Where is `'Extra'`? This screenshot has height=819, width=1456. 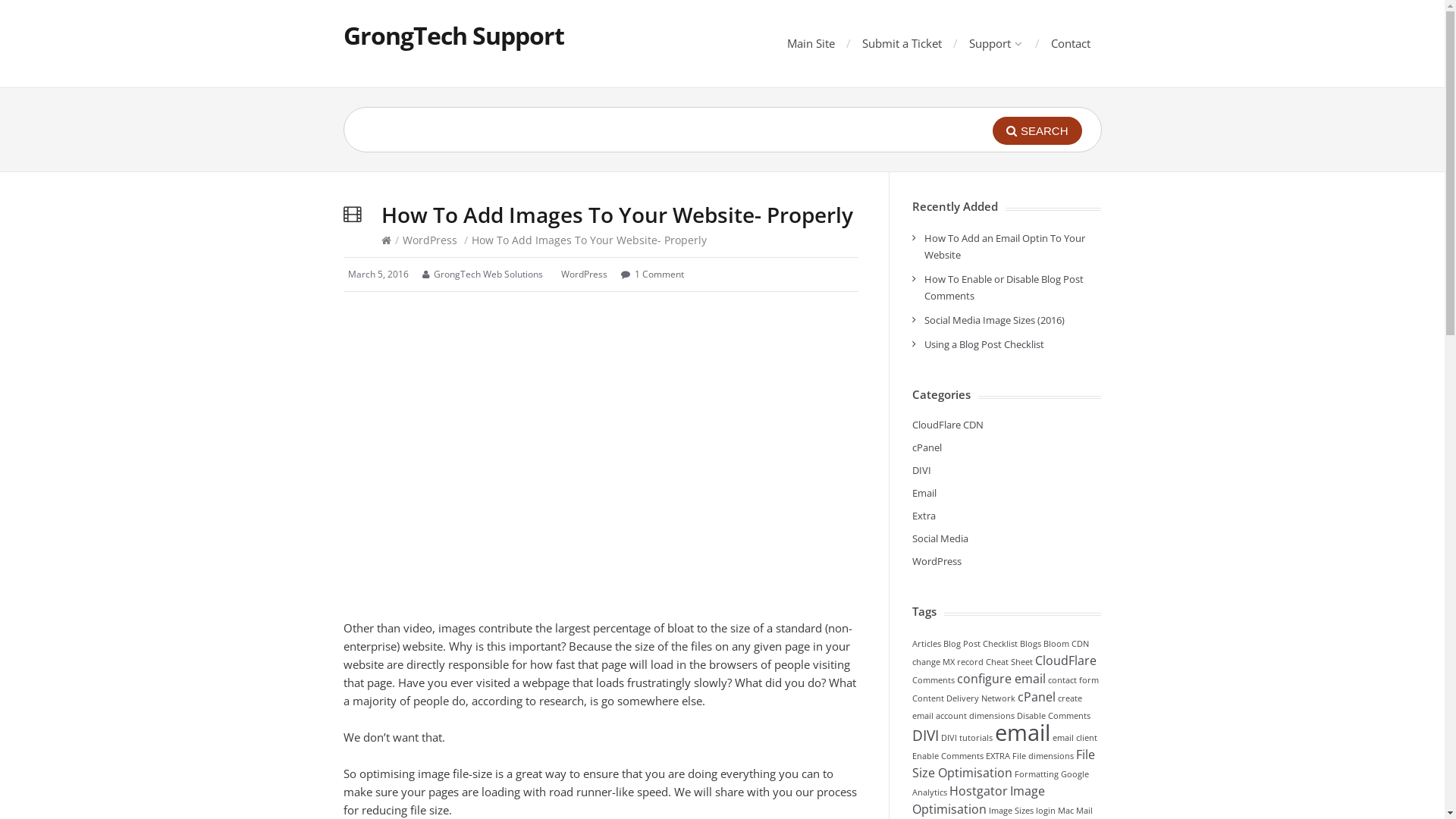
'Extra' is located at coordinates (910, 514).